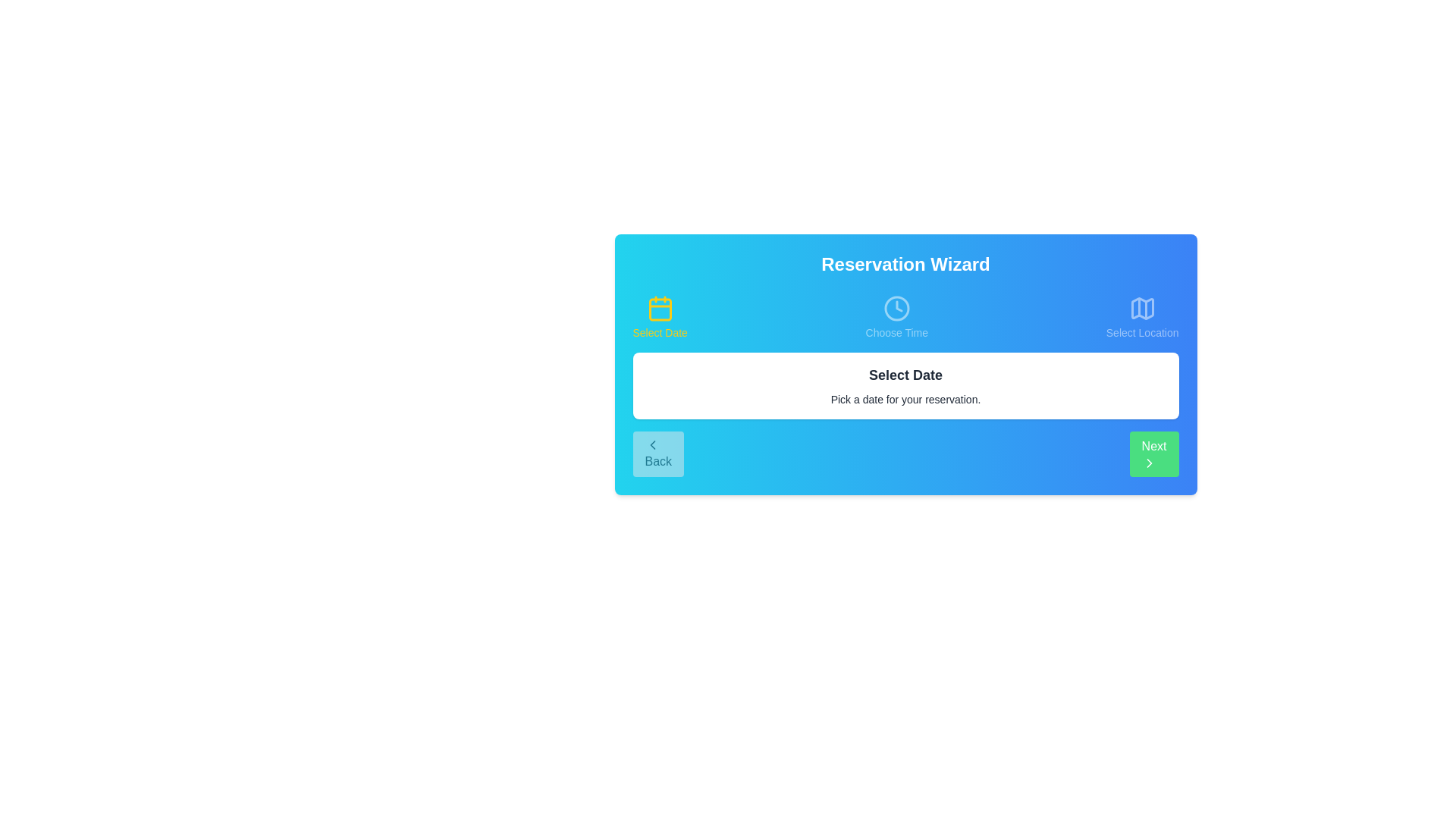 The height and width of the screenshot is (819, 1456). Describe the element at coordinates (1153, 453) in the screenshot. I see `the Next button to navigate` at that location.